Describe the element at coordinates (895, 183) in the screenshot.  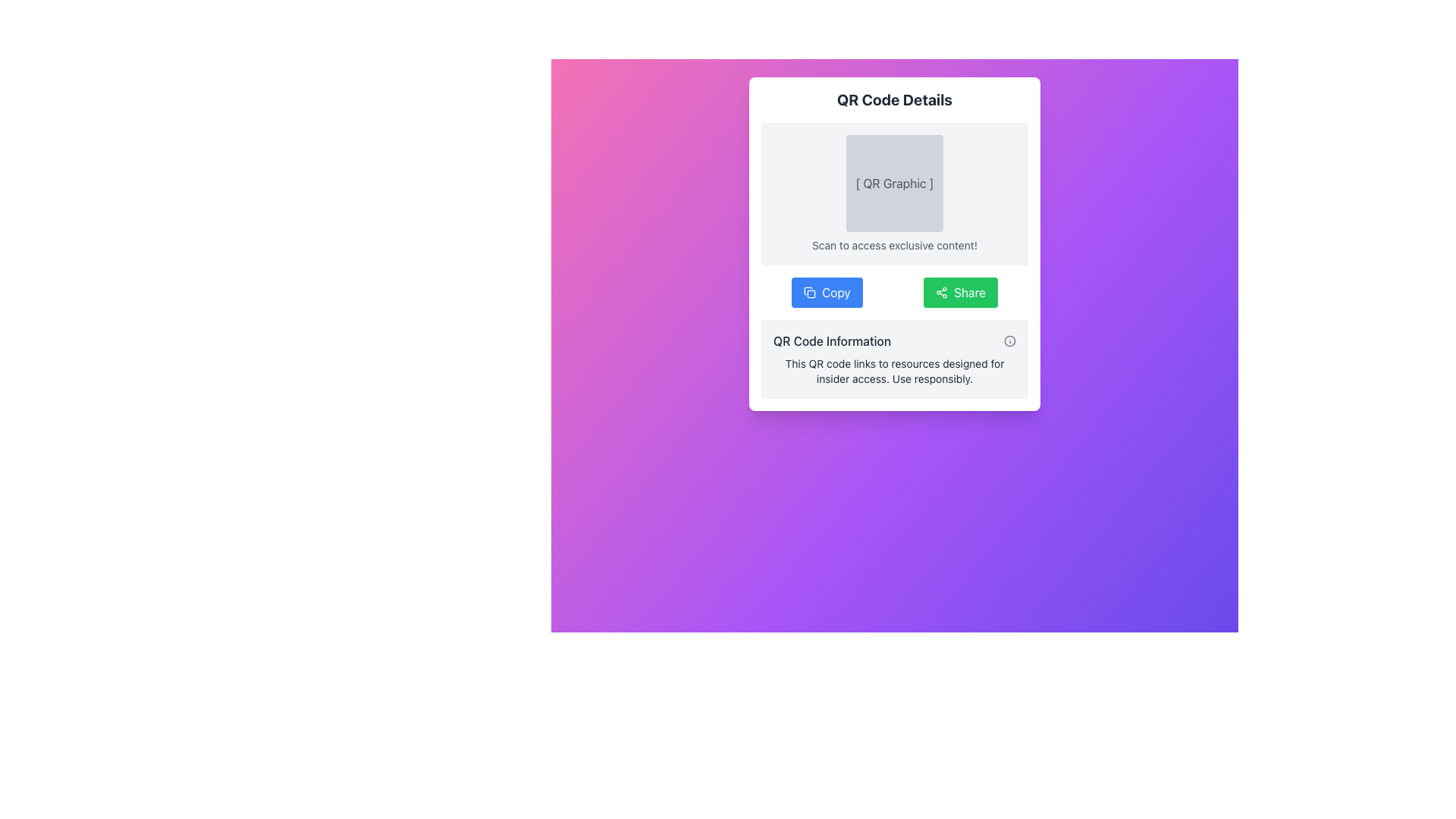
I see `the text label that reads '[ QR Graphic ]', which is styled in gray and located within a light gray square box in the 'QR Code Details' card interface` at that location.